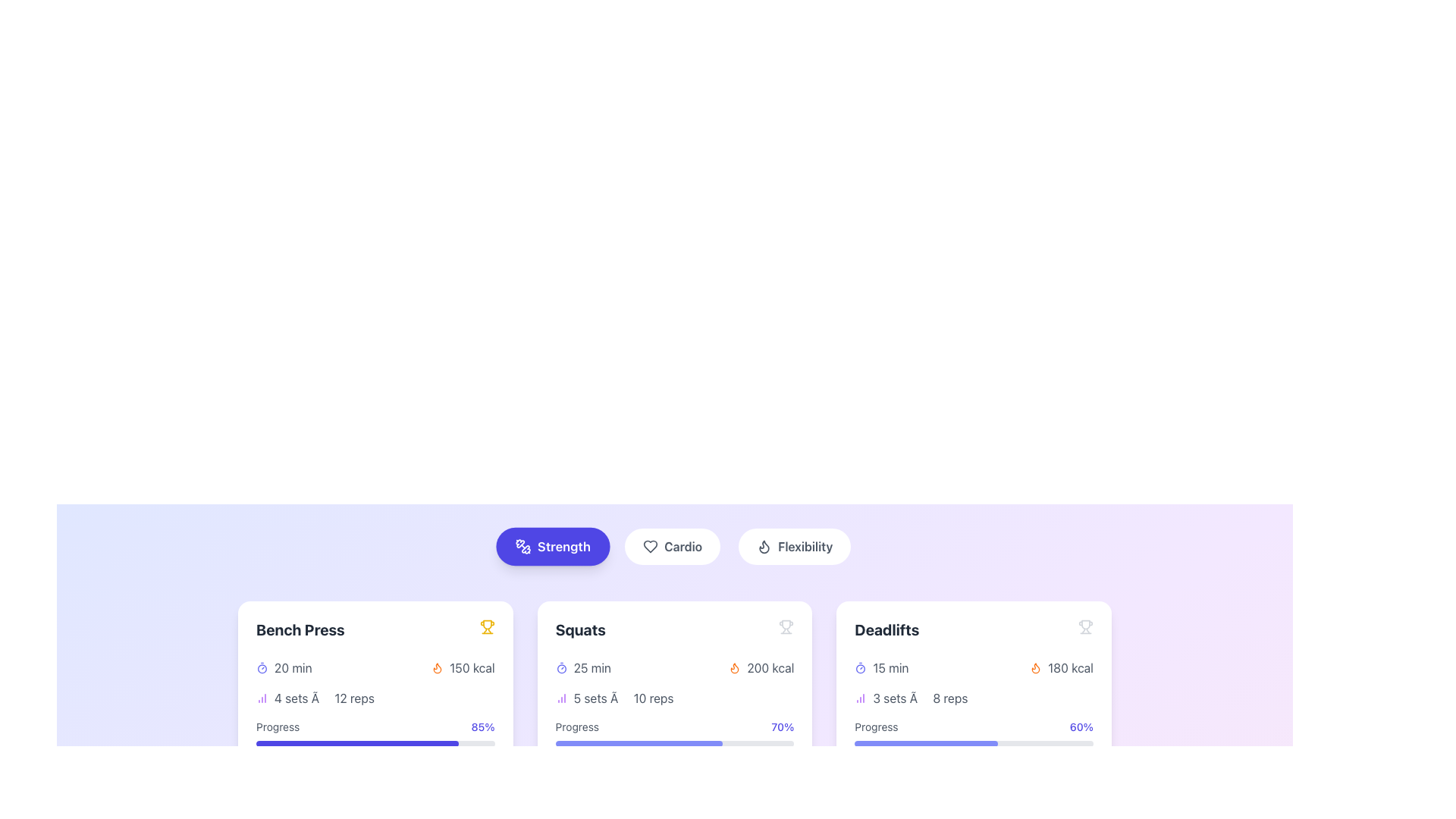  I want to click on the 'cardio' button, which is the middle button among three horizontally aligned buttons, so click(672, 547).